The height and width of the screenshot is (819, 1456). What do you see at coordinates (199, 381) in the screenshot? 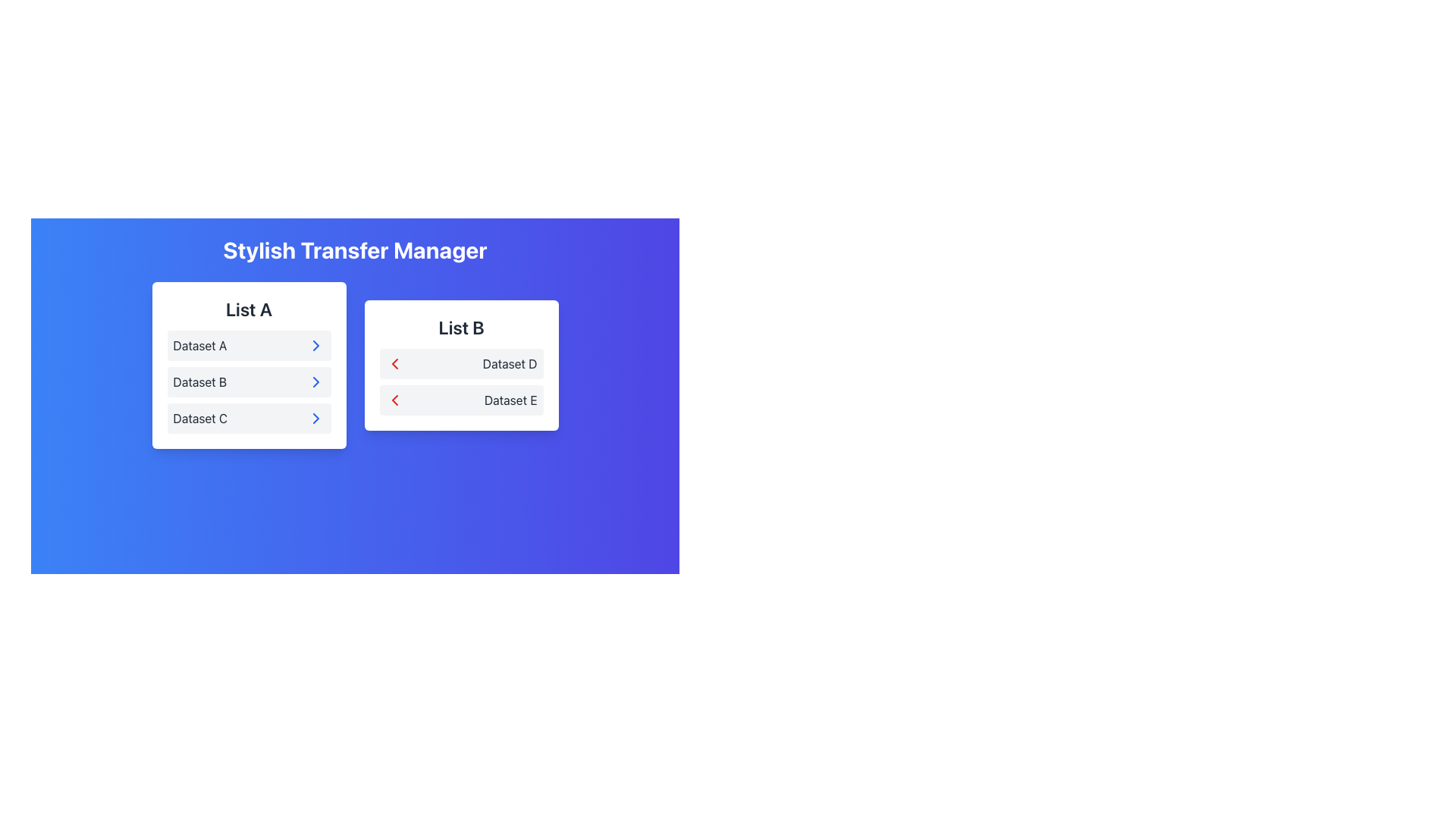
I see `the text label 'Dataset B', which is the second item in the vertically aligned list of three items in the left panel labeled 'List A'` at bounding box center [199, 381].